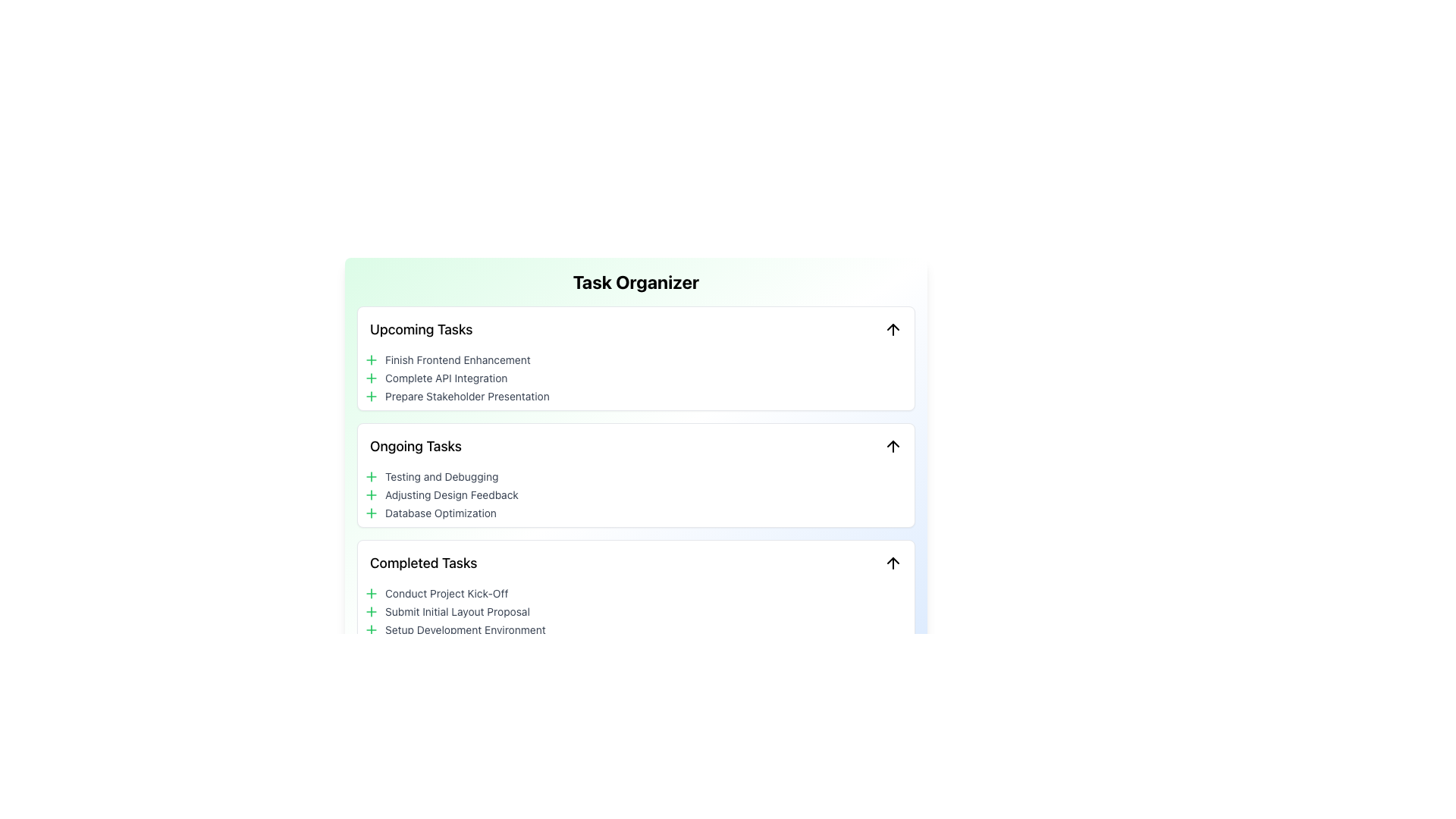 This screenshot has height=819, width=1456. Describe the element at coordinates (466, 396) in the screenshot. I see `the third item in the 'Upcoming Tasks' list, which is a Text Label displaying the task title` at that location.